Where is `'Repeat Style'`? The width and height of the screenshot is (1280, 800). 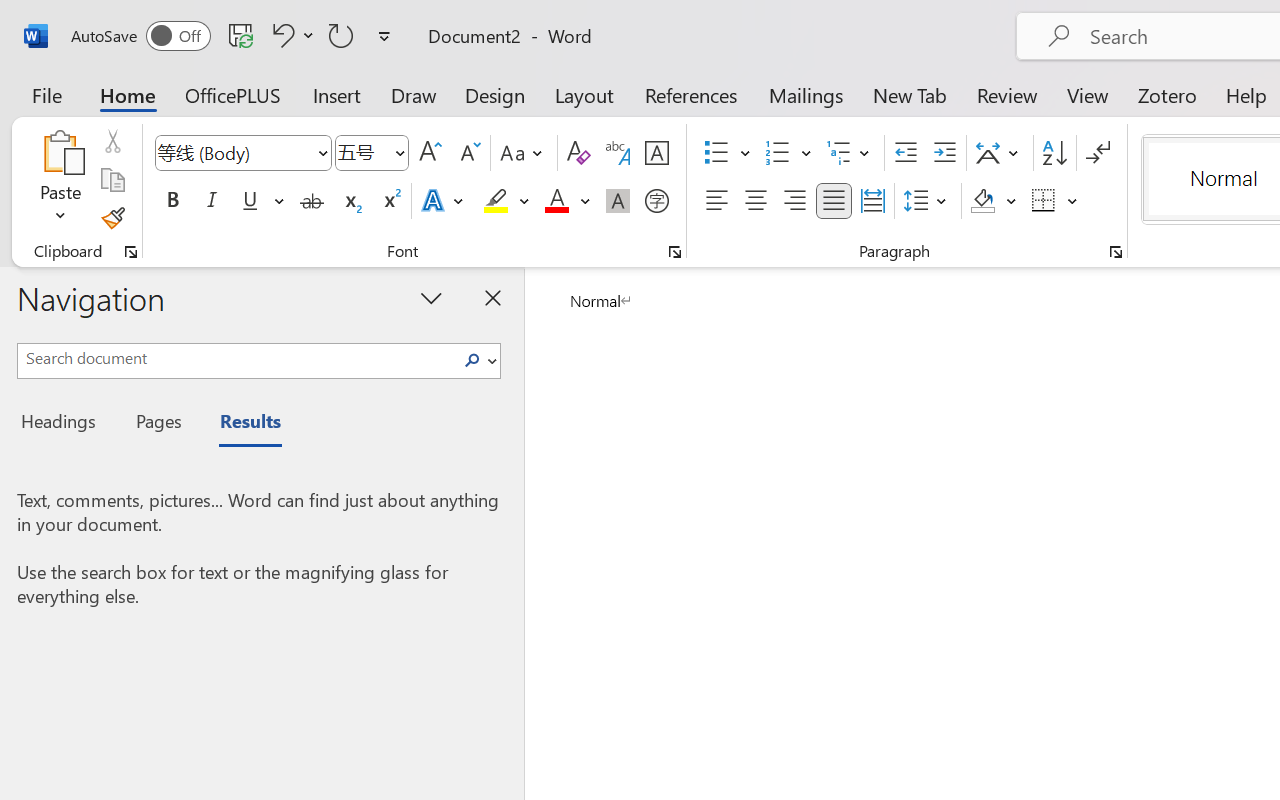
'Repeat Style' is located at coordinates (341, 34).